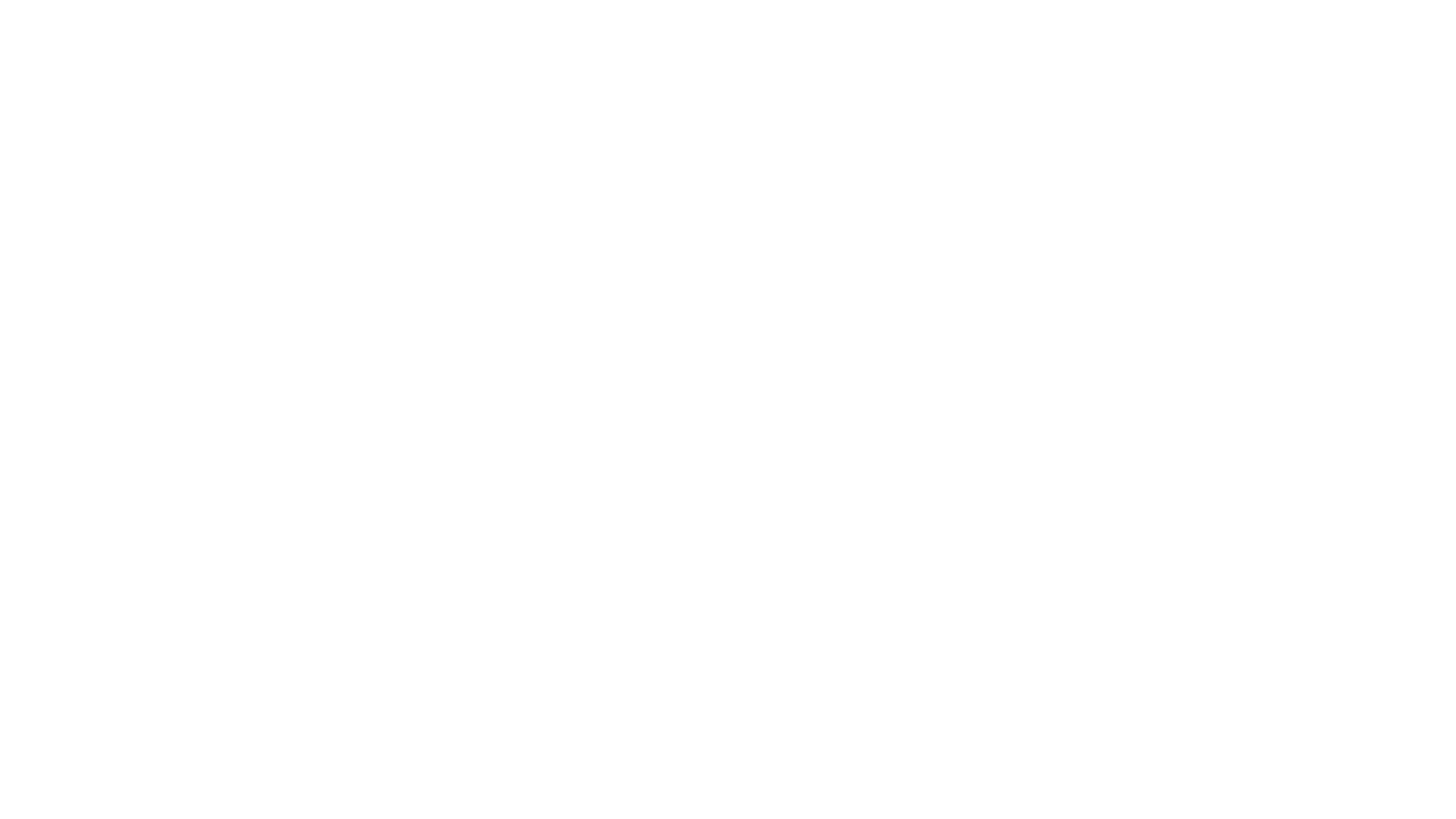 The height and width of the screenshot is (819, 1456). I want to click on RECHERCHE, so click(382, 116).